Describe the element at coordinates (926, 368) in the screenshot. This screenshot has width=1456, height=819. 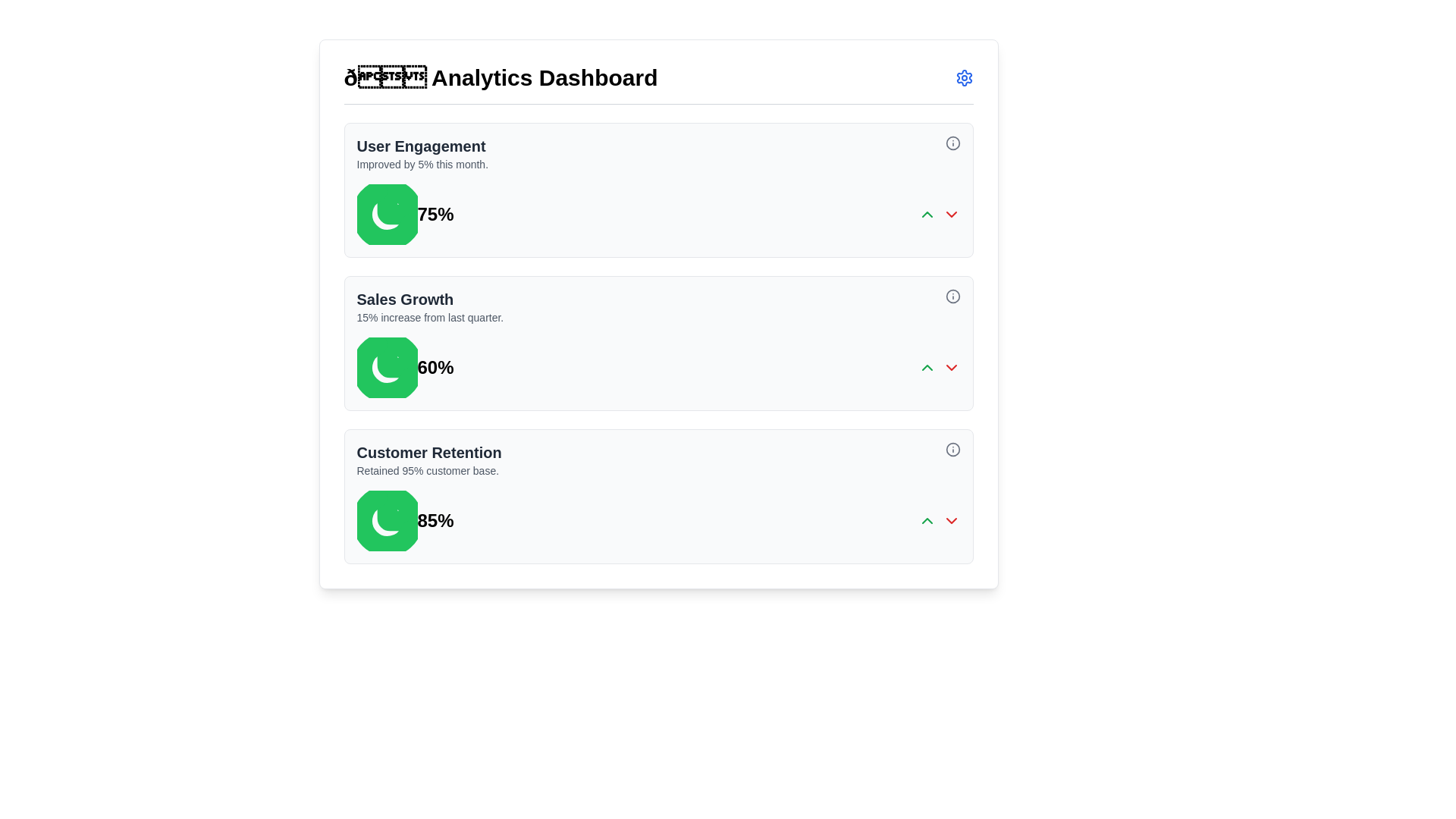
I see `the green upward chevron icon located to the far right of the 'Sales Growth' and '60%' display` at that location.